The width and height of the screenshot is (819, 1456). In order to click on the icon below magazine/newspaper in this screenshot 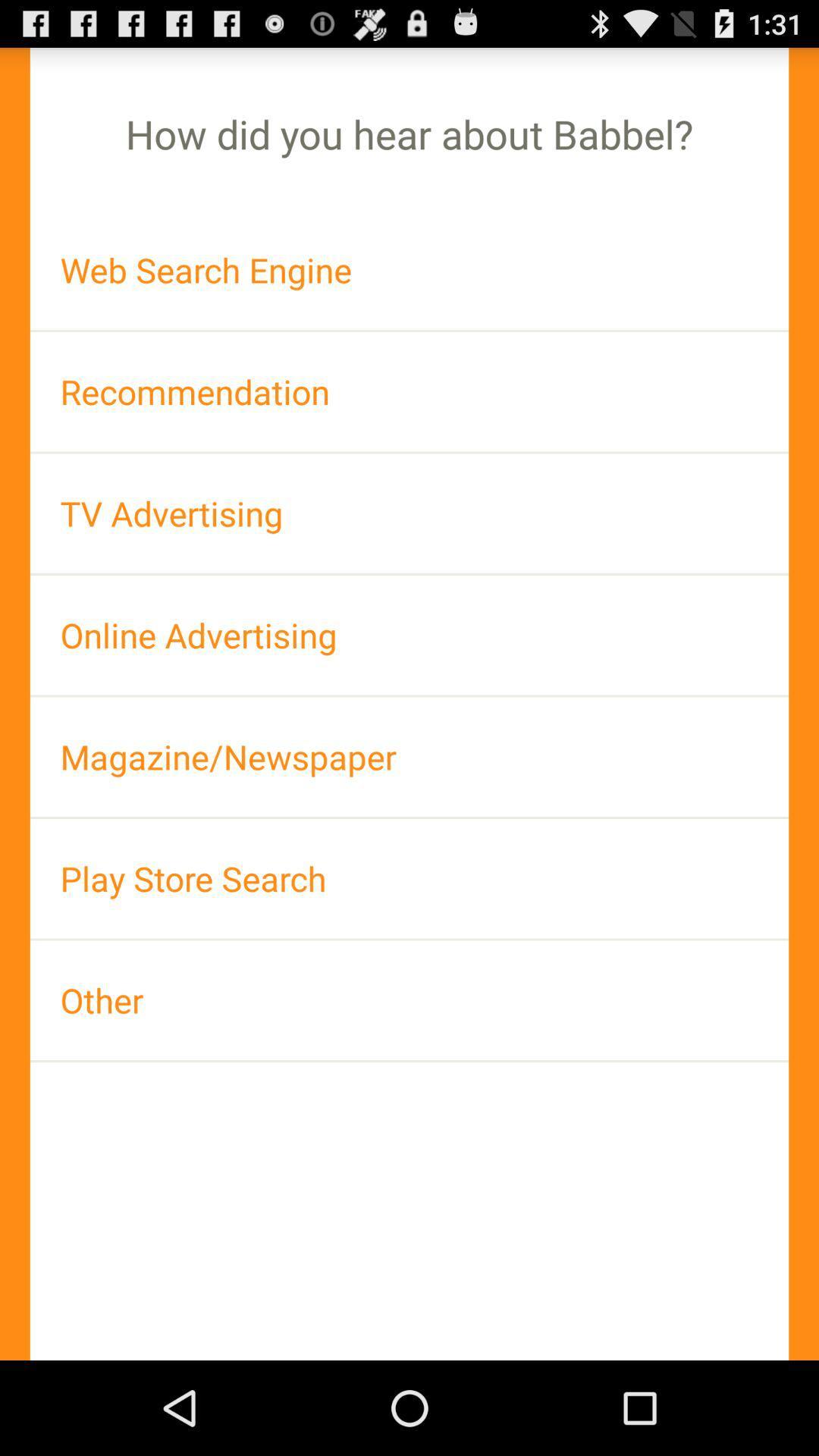, I will do `click(409, 878)`.